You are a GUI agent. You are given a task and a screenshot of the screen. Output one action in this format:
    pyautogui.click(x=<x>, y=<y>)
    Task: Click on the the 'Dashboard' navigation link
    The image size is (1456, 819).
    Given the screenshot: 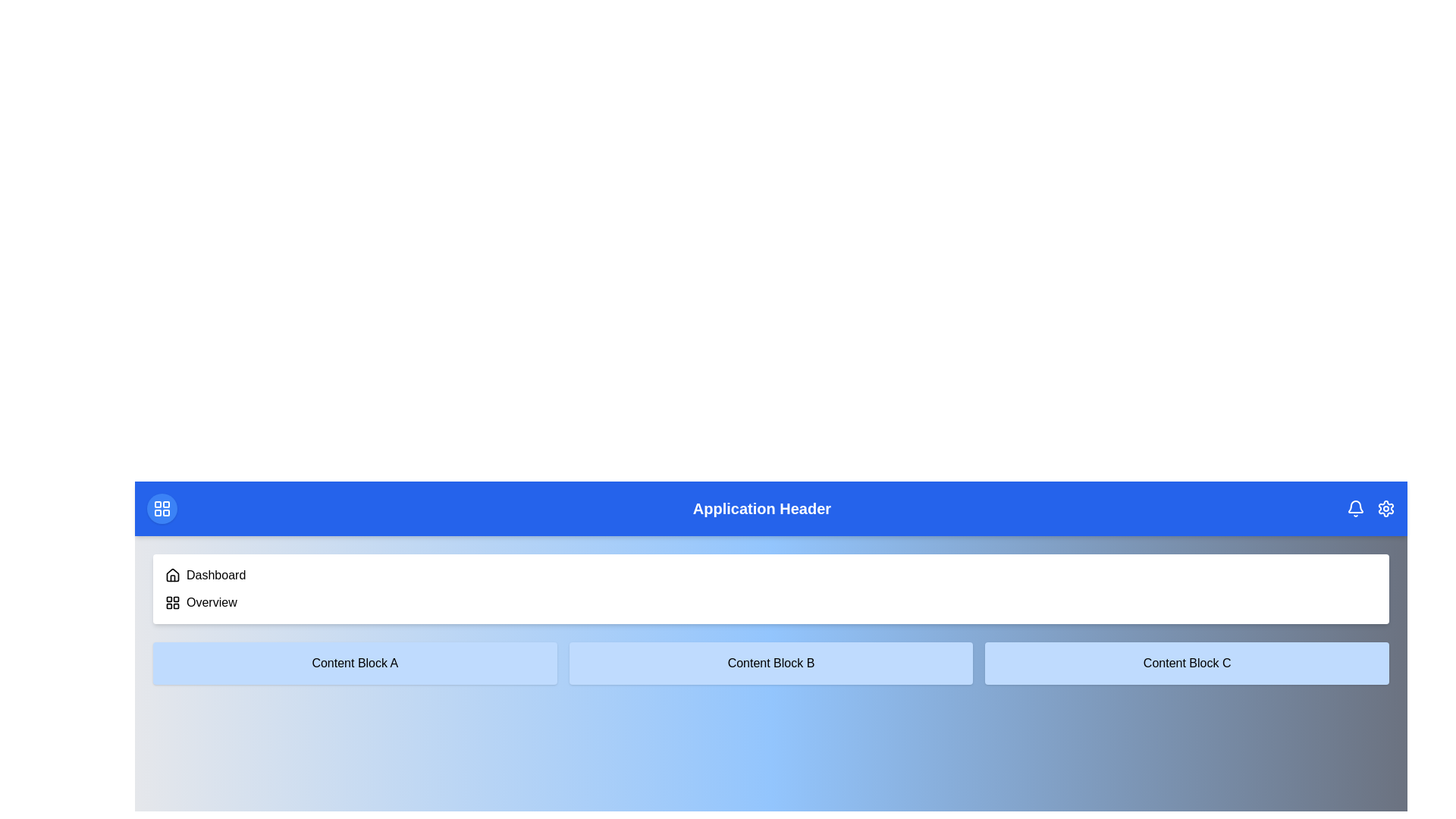 What is the action you would take?
    pyautogui.click(x=215, y=576)
    